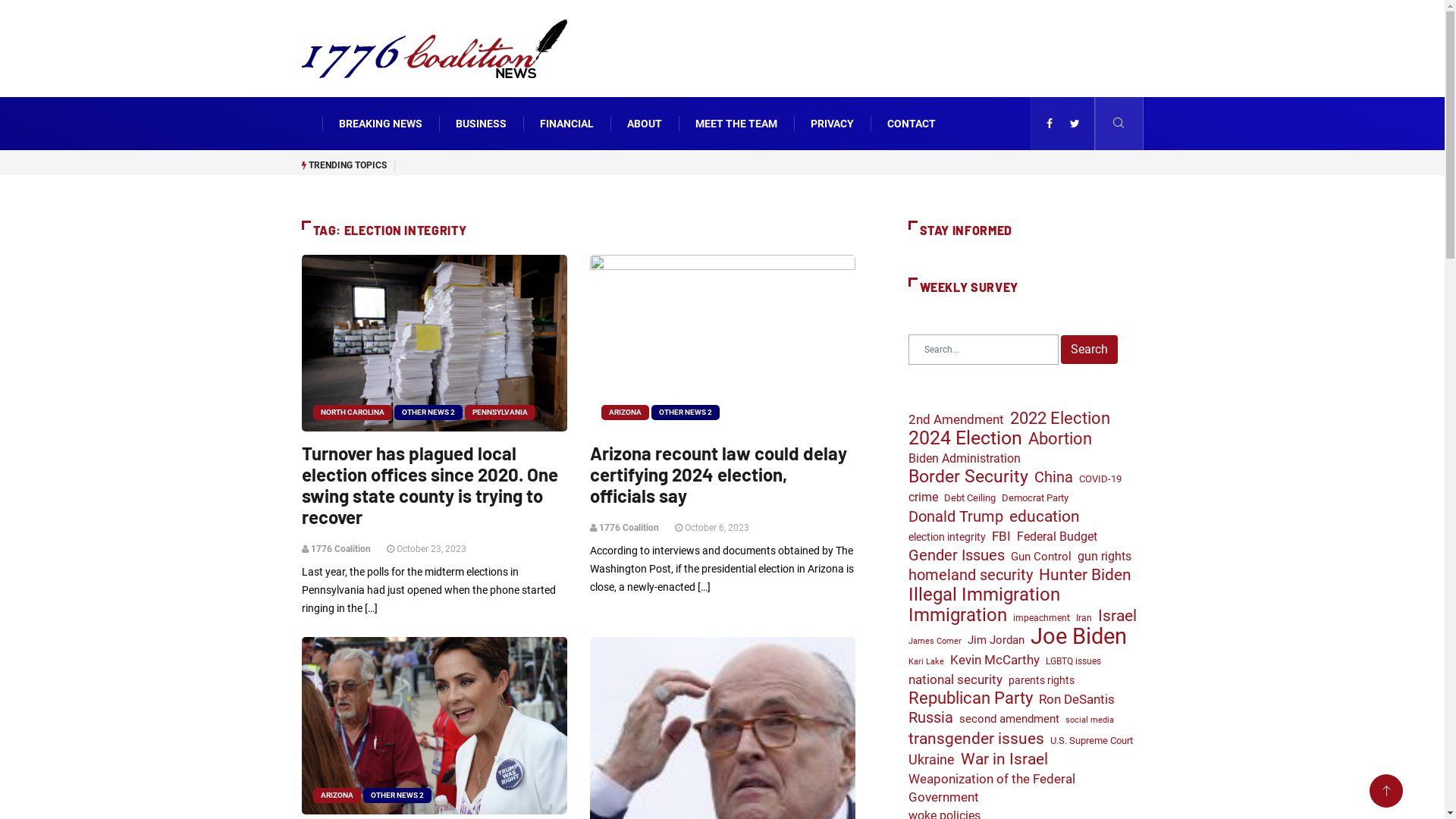 The height and width of the screenshot is (819, 1456). Describe the element at coordinates (984, 593) in the screenshot. I see `'Illegal Immigration'` at that location.